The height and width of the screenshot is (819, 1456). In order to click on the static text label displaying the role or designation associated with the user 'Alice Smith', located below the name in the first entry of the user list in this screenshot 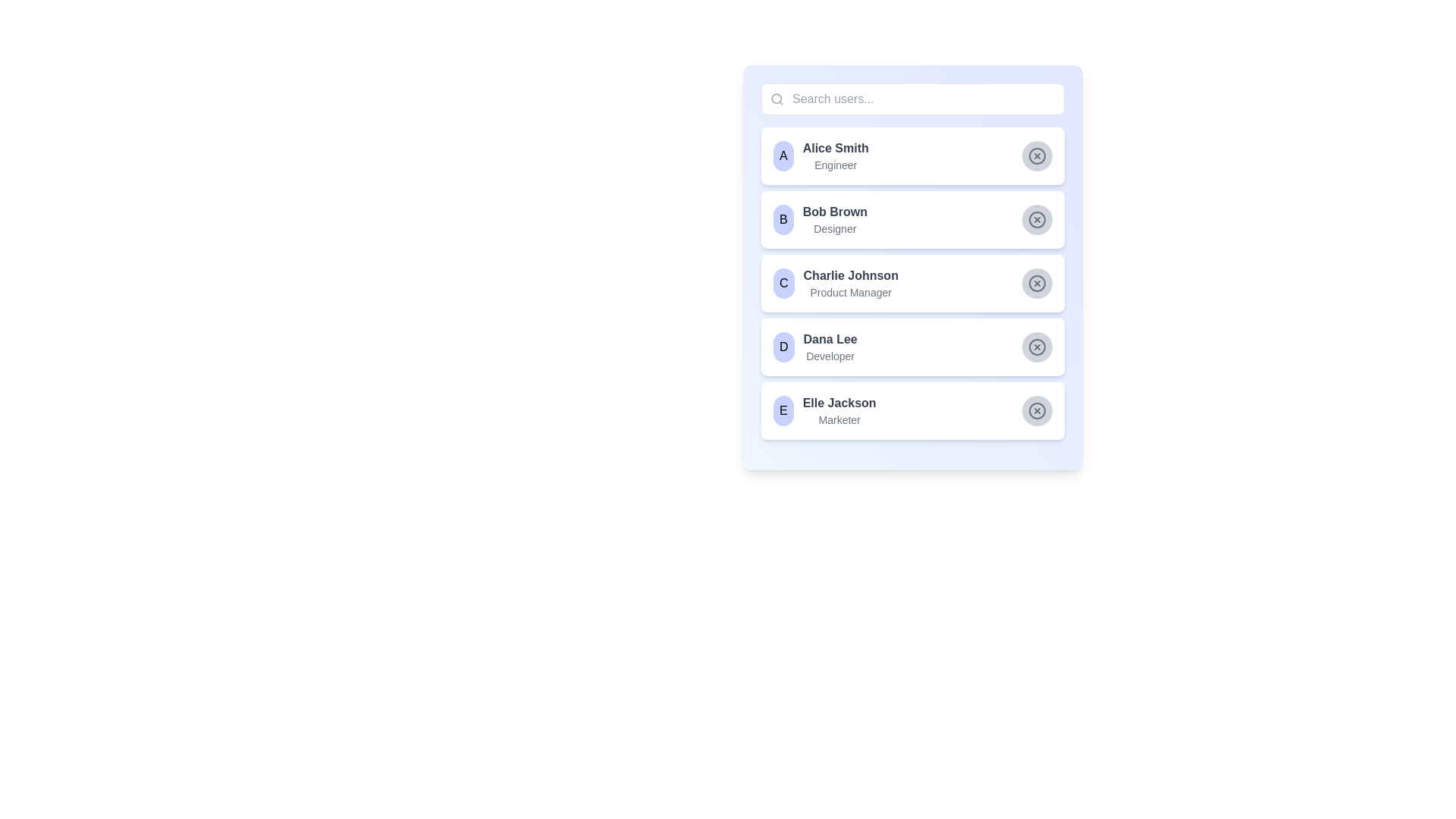, I will do `click(835, 165)`.